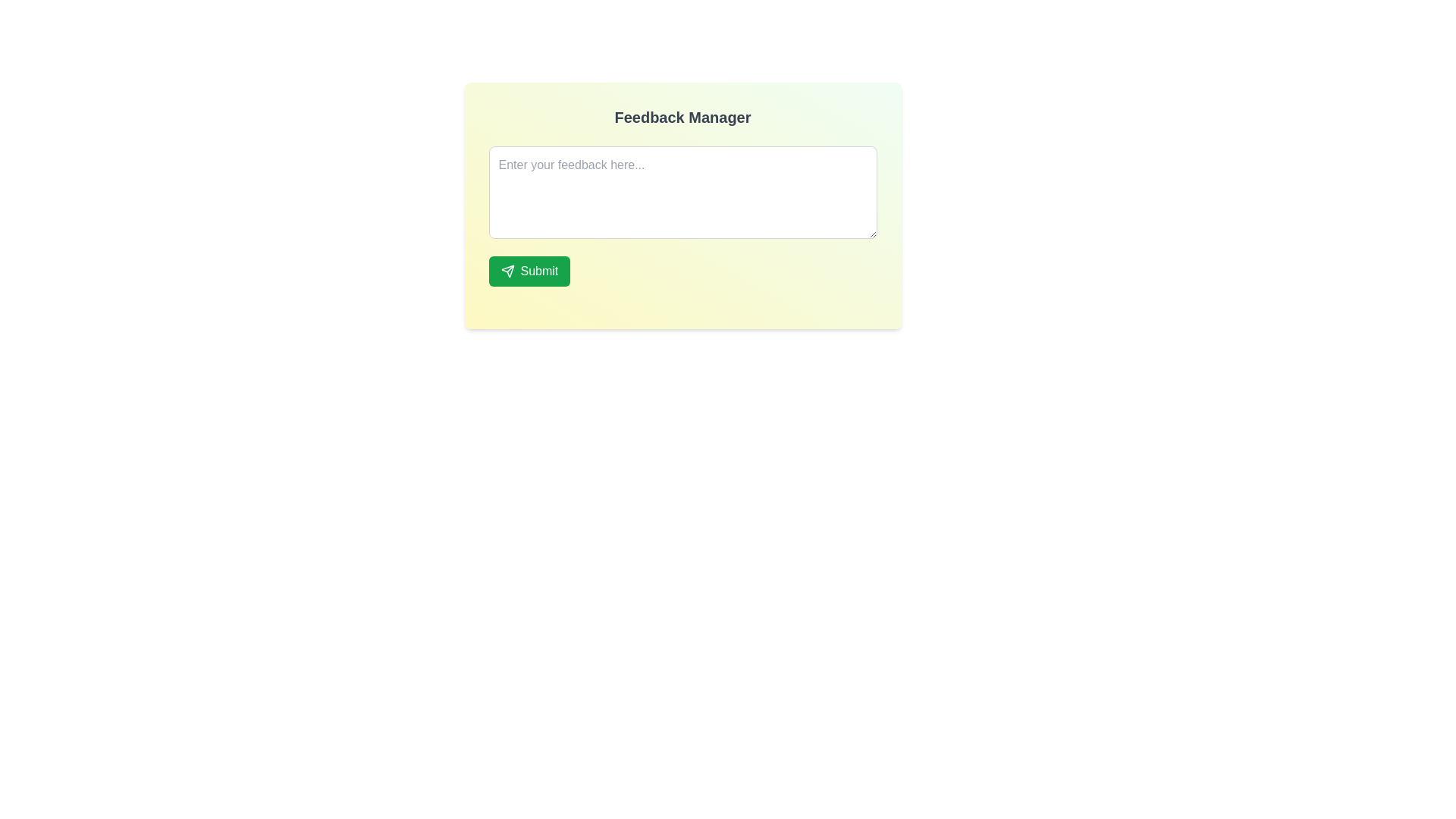  Describe the element at coordinates (507, 271) in the screenshot. I see `the icon that visually indicates the submission action within the green 'Submit' button, which is located beneath the user input text box` at that location.